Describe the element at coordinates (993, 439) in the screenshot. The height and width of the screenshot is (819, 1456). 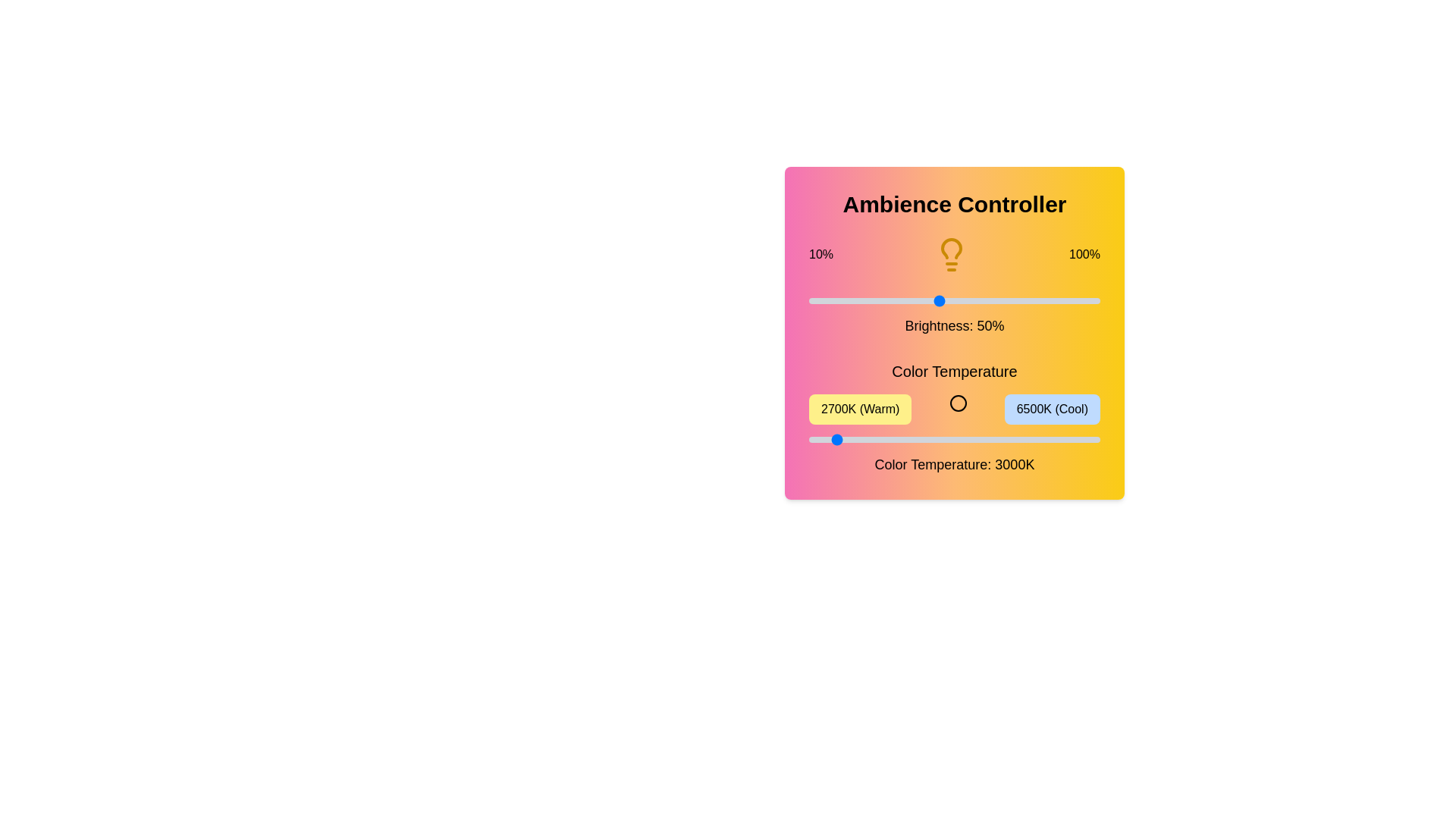
I see `the color temperature slider to 5104 K` at that location.